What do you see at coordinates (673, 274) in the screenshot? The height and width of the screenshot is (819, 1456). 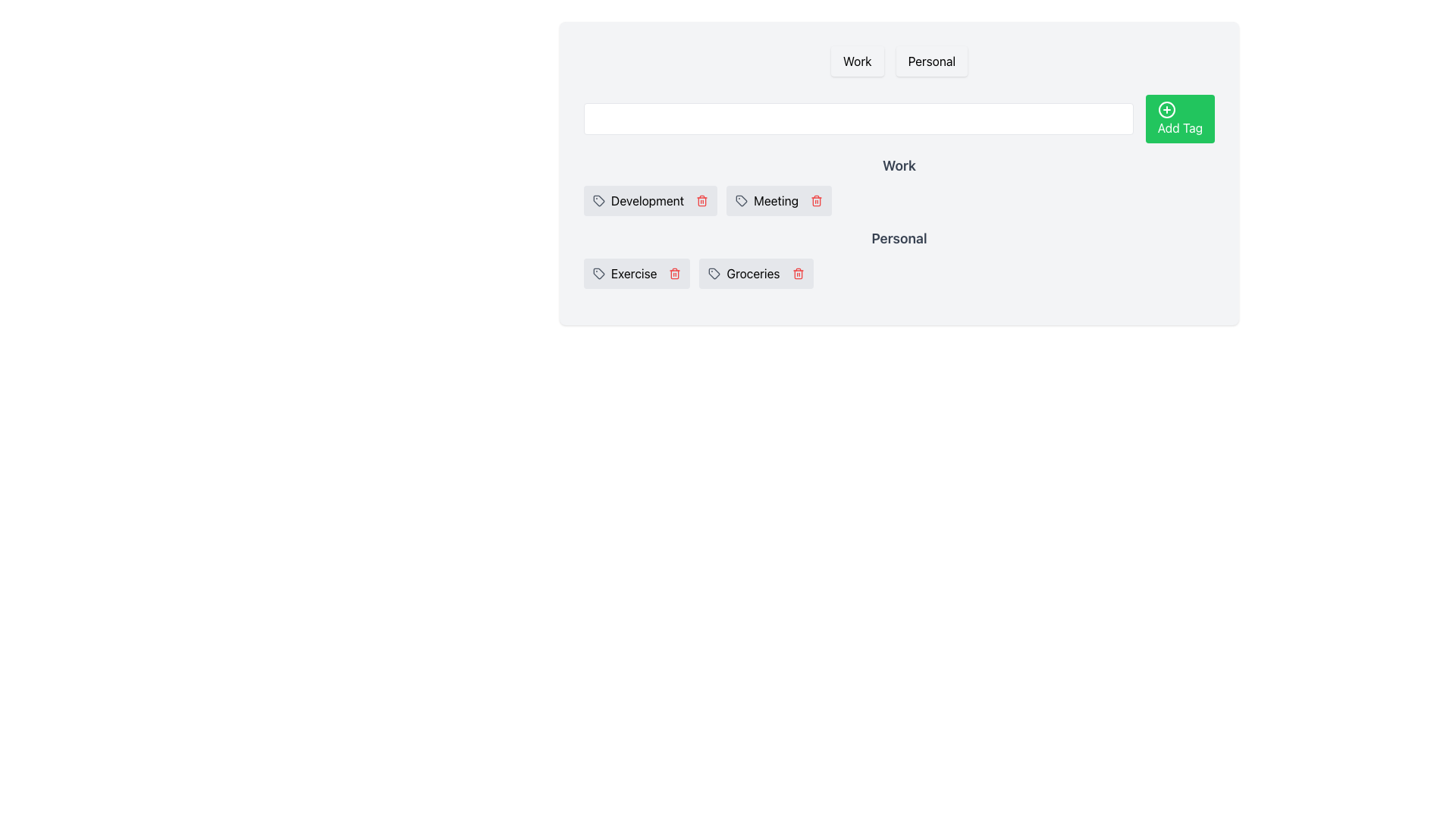 I see `the second interactive trash icon button located to the right of the 'Exercise' tag in the 'Personal' section` at bounding box center [673, 274].